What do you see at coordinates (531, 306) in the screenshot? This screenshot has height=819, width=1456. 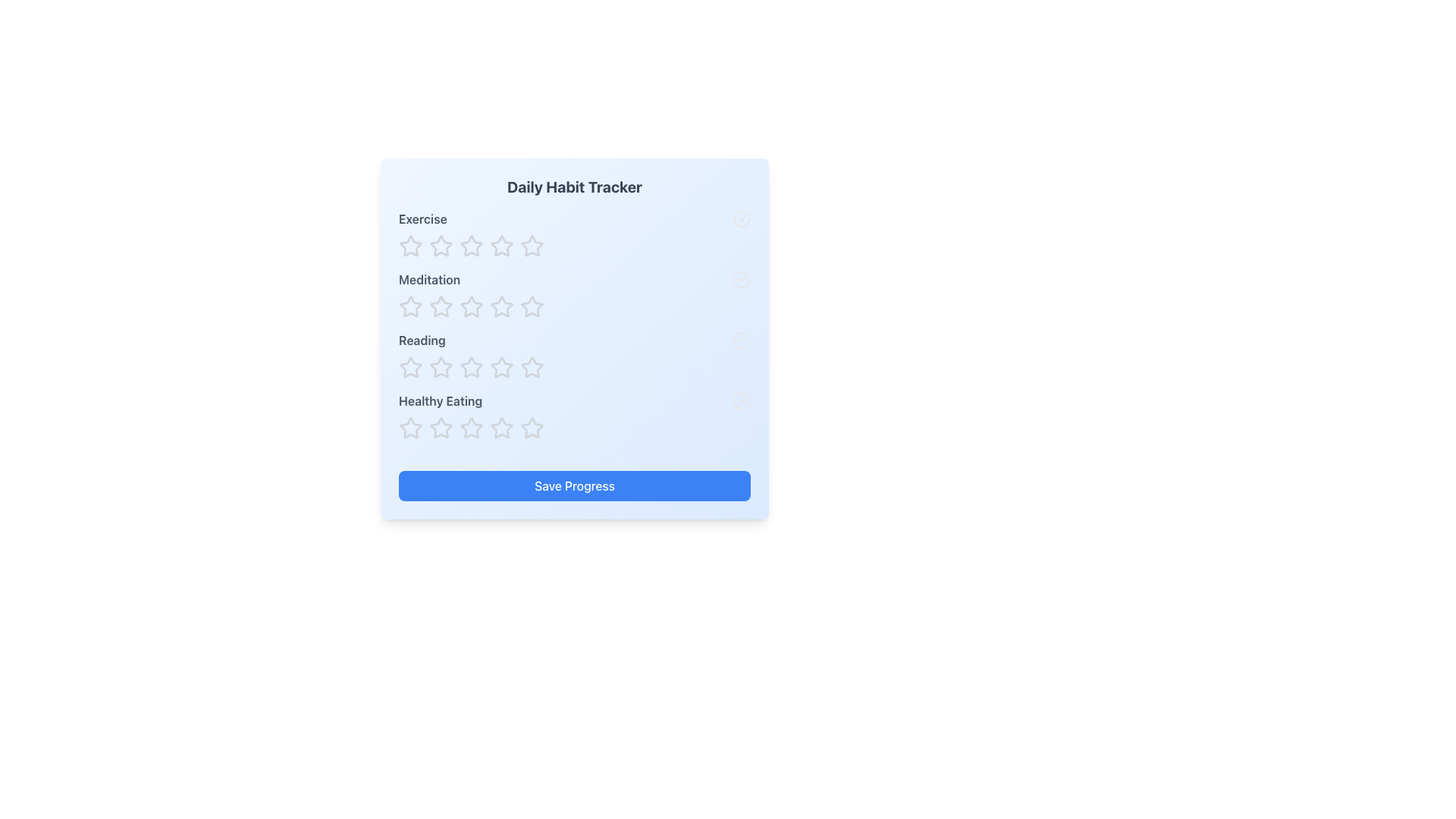 I see `the third hollow star icon in the 'Meditation' row of the 'Daily Habit Tracker' interface` at bounding box center [531, 306].